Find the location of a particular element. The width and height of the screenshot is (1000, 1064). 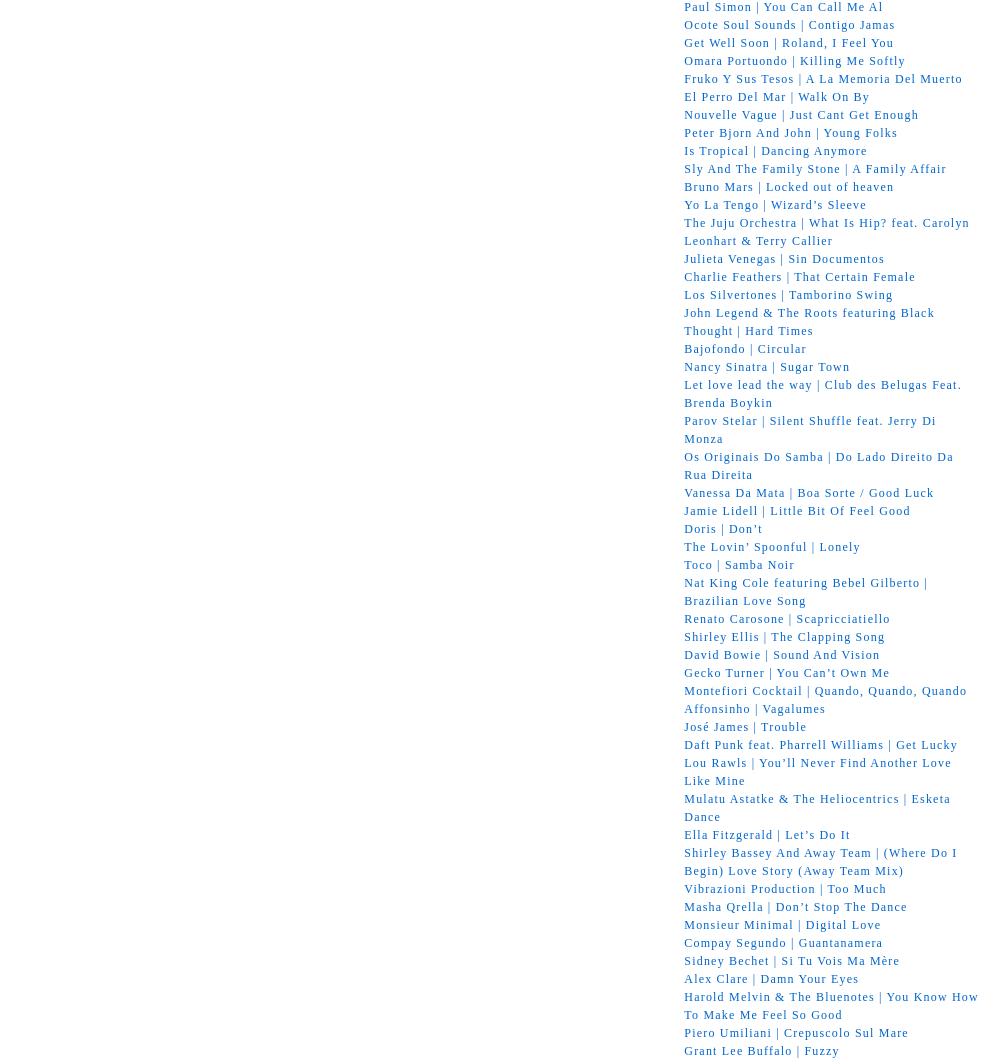

'El Perro Del Mar | Walk On By' is located at coordinates (776, 95).